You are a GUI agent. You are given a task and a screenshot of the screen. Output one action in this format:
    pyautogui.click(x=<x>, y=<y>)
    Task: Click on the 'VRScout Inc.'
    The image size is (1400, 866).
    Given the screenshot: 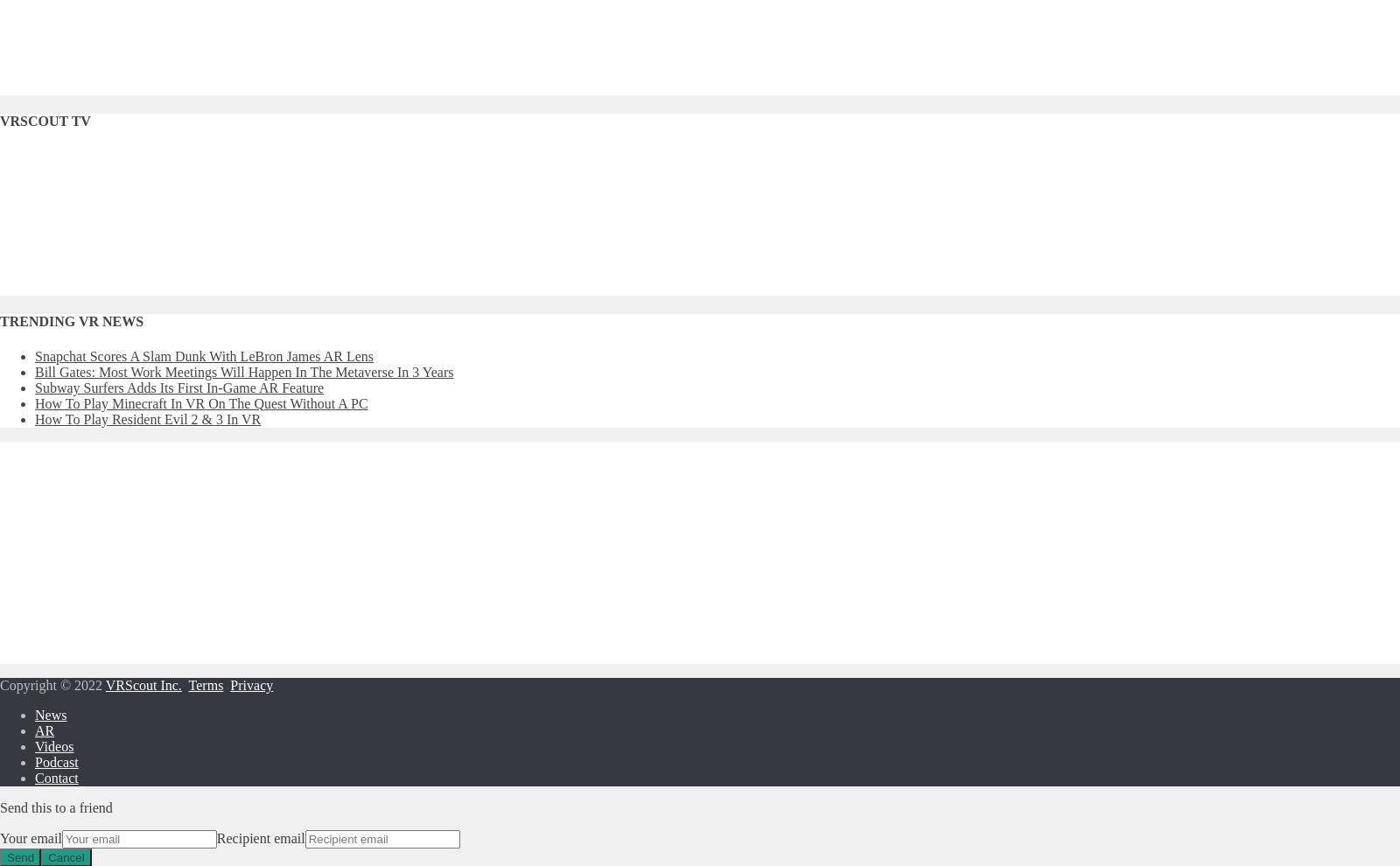 What is the action you would take?
    pyautogui.click(x=142, y=684)
    